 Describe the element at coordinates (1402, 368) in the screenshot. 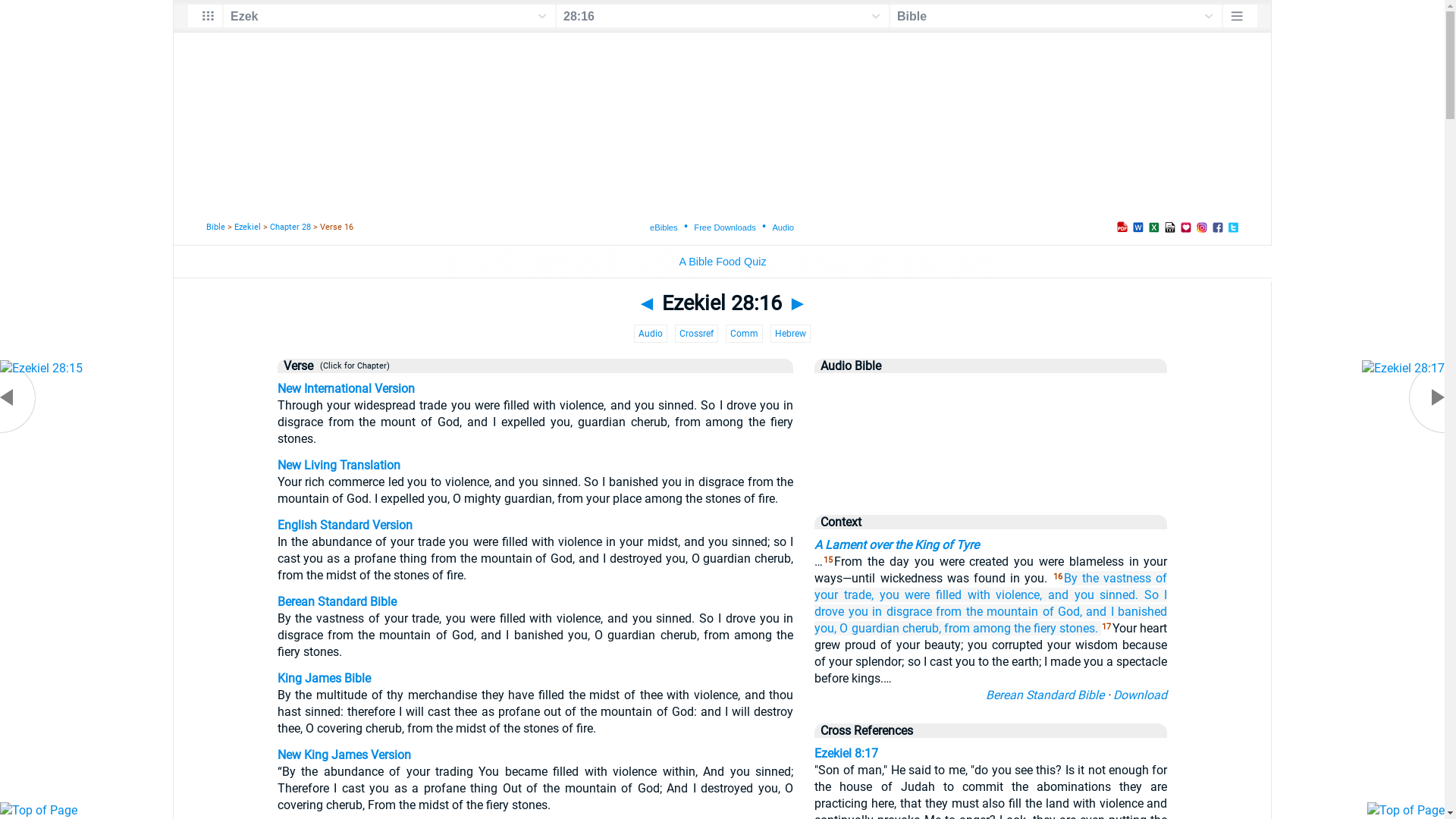

I see `'Ezekiel 28:17'` at that location.